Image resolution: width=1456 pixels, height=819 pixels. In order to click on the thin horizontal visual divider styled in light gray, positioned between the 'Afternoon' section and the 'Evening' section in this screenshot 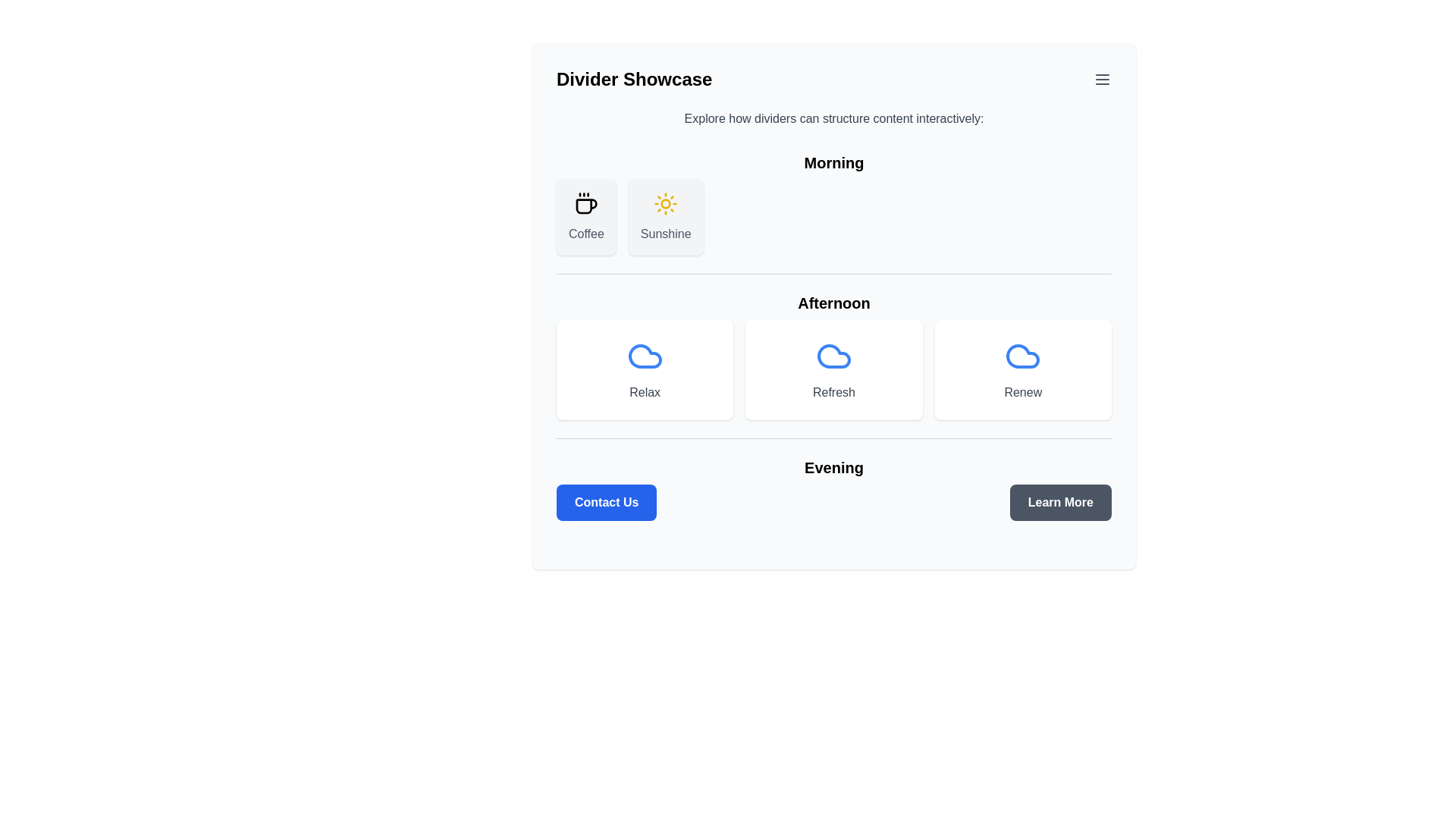, I will do `click(833, 438)`.